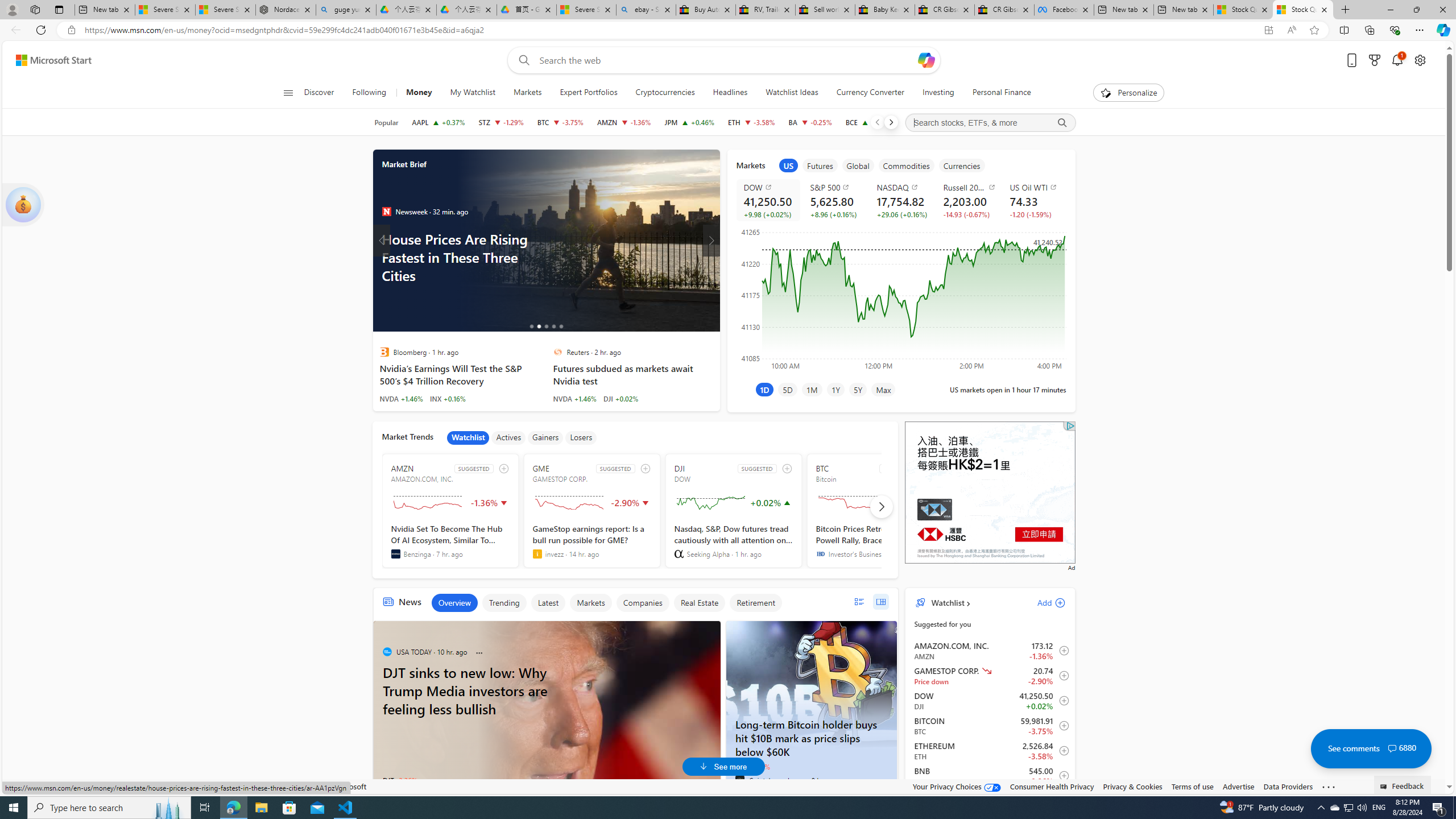 This screenshot has width=1456, height=819. What do you see at coordinates (957, 786) in the screenshot?
I see `'Your Privacy Choices'` at bounding box center [957, 786].